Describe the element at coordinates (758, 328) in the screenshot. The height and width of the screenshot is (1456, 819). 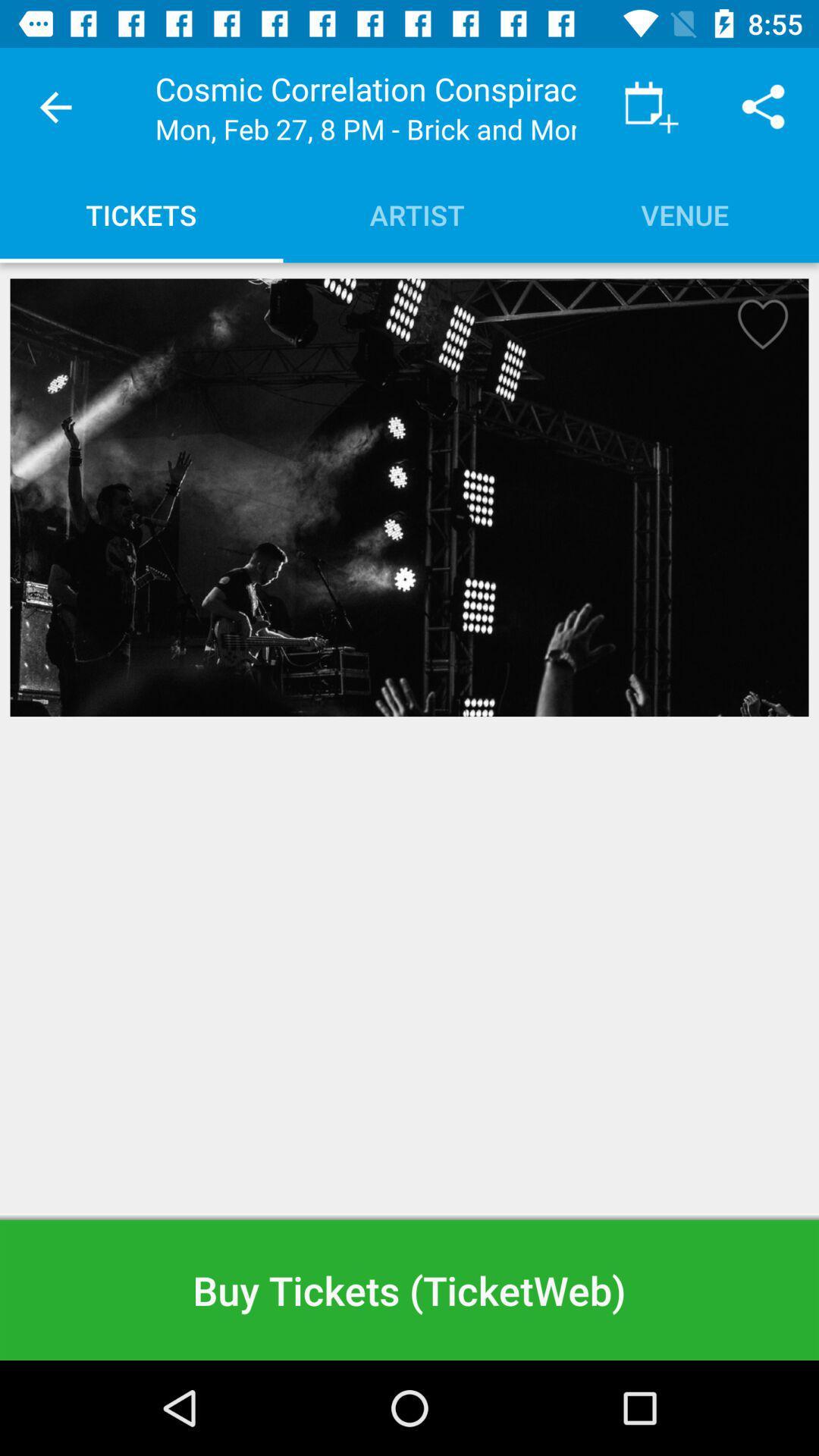
I see `the favorite icon` at that location.